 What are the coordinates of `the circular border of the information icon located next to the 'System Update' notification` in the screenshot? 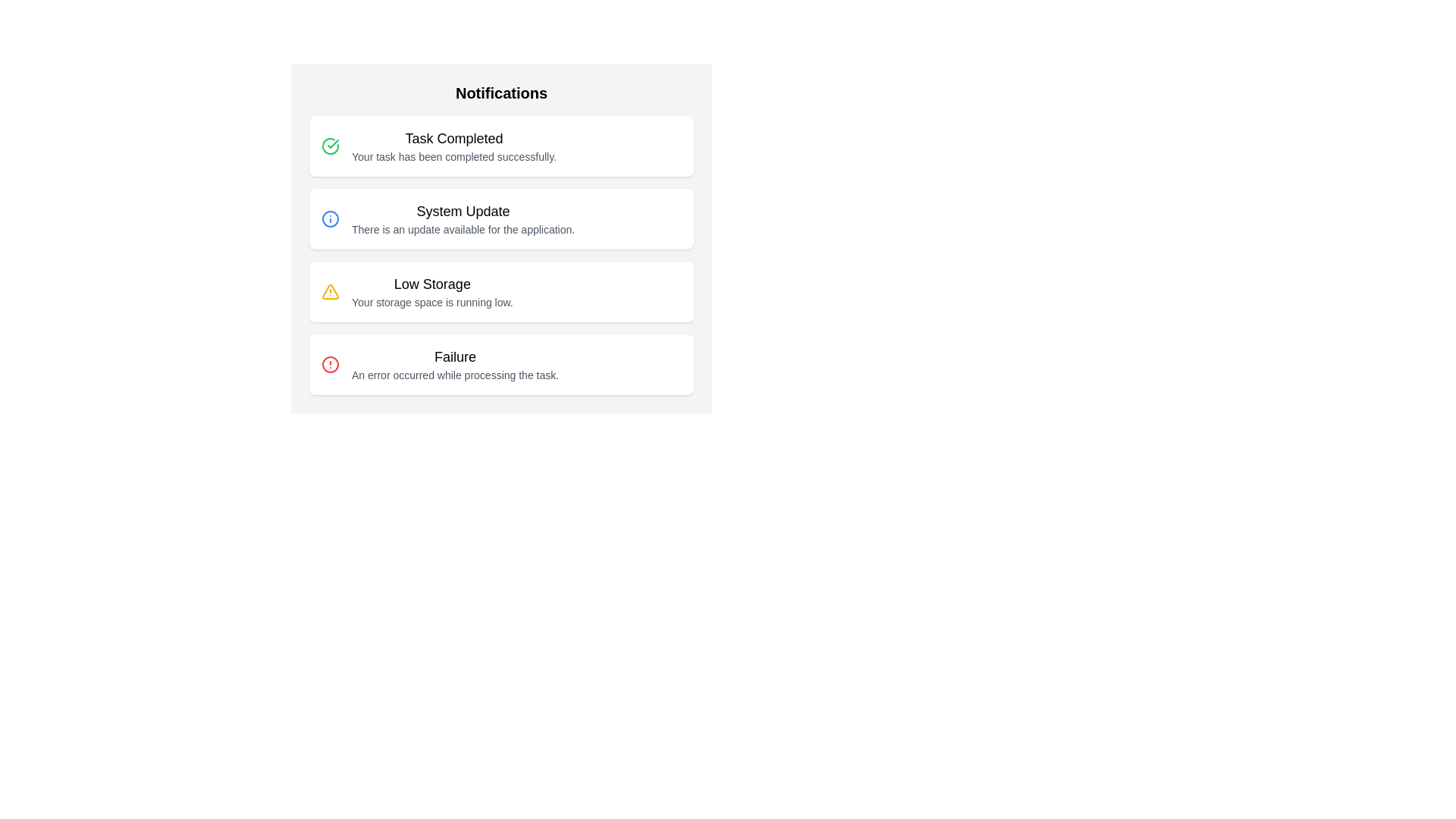 It's located at (330, 219).